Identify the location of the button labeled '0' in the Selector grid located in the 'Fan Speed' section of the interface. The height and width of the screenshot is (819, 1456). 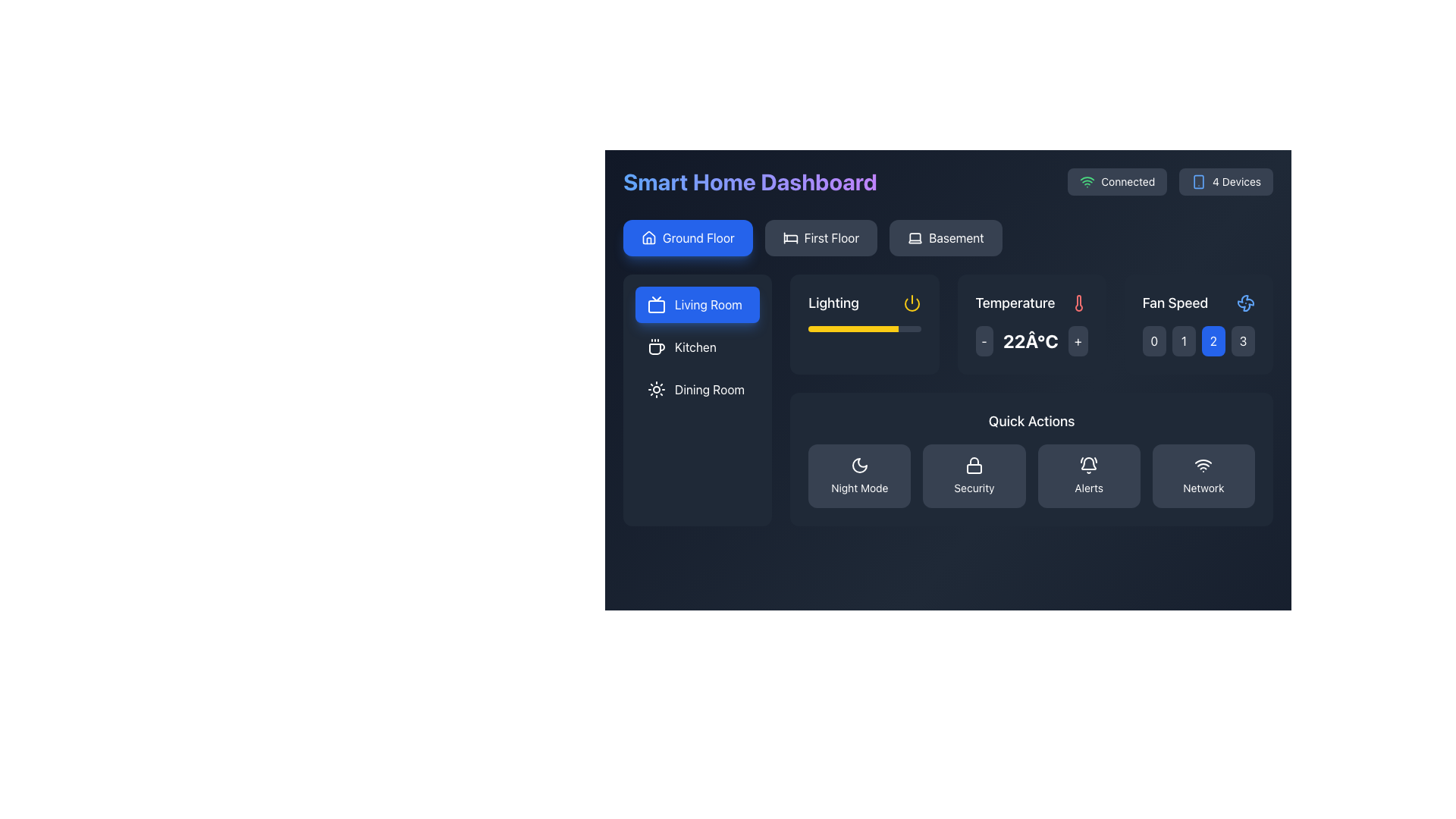
(1197, 341).